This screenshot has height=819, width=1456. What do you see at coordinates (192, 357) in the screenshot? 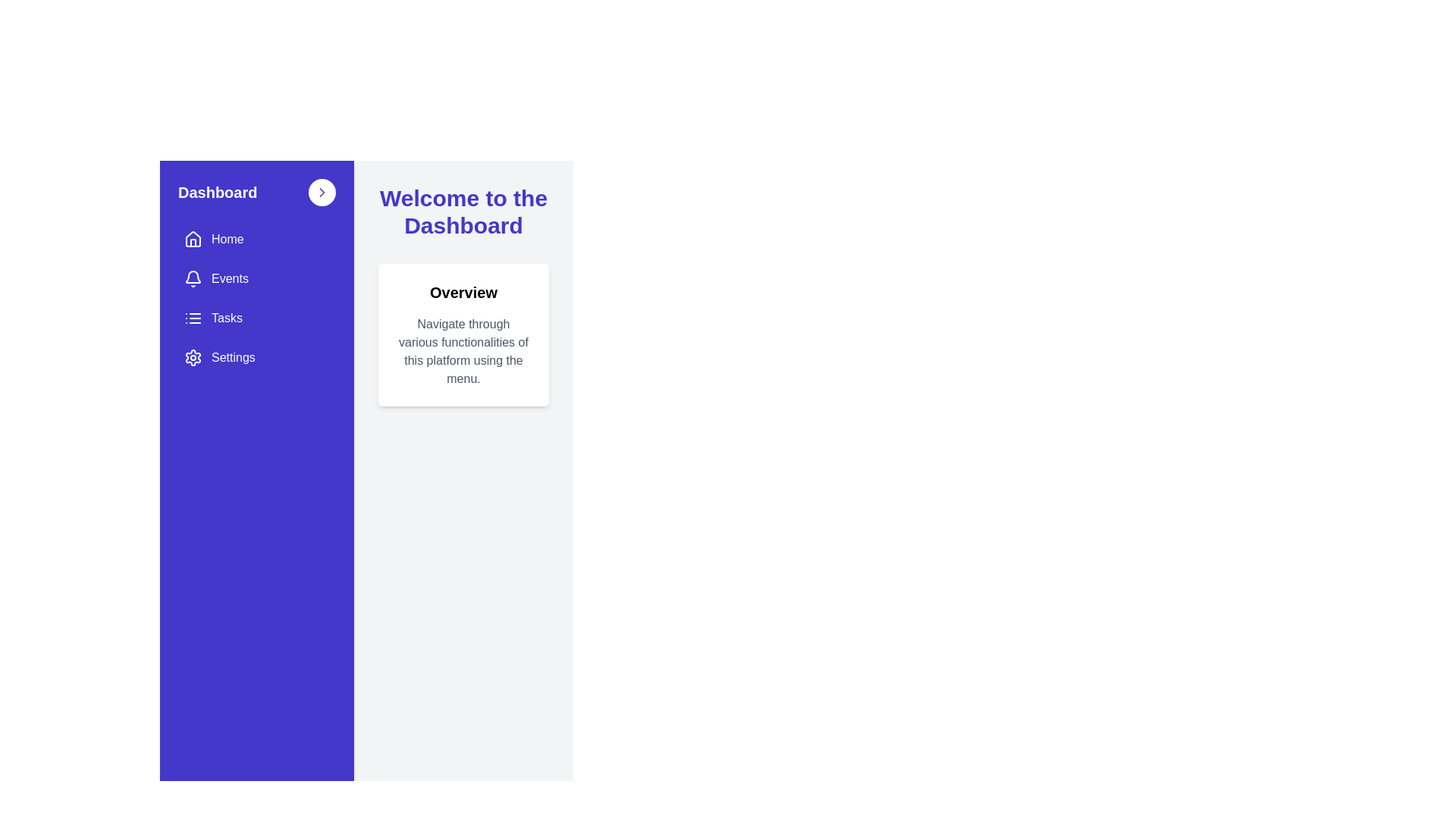
I see `the cogwheel-like graphical icon located in the sidebar menu under the 'Settings' menu item` at bounding box center [192, 357].